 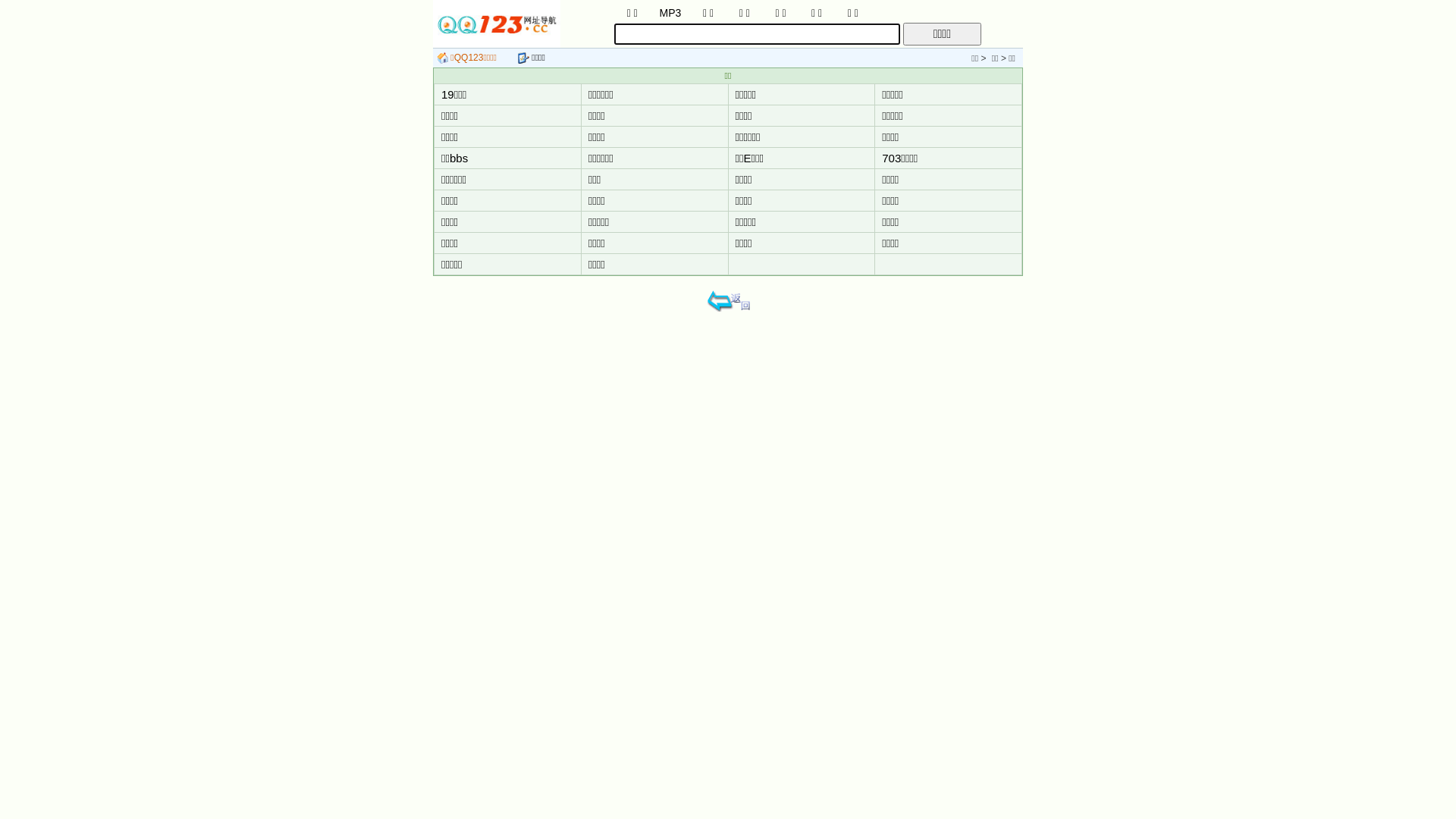 What do you see at coordinates (669, 11) in the screenshot?
I see `'MP3'` at bounding box center [669, 11].